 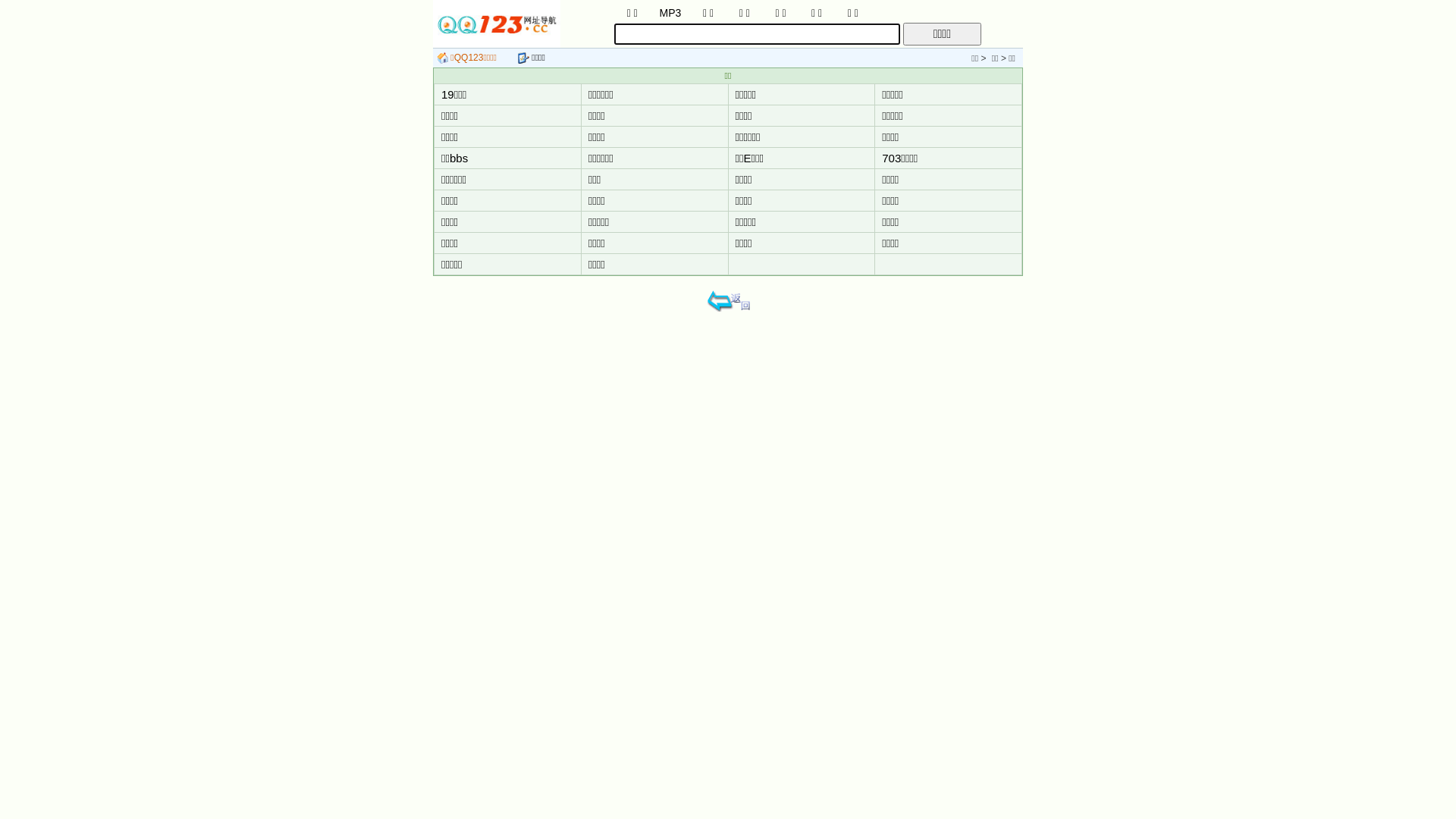 What do you see at coordinates (669, 11) in the screenshot?
I see `'MP3'` at bounding box center [669, 11].